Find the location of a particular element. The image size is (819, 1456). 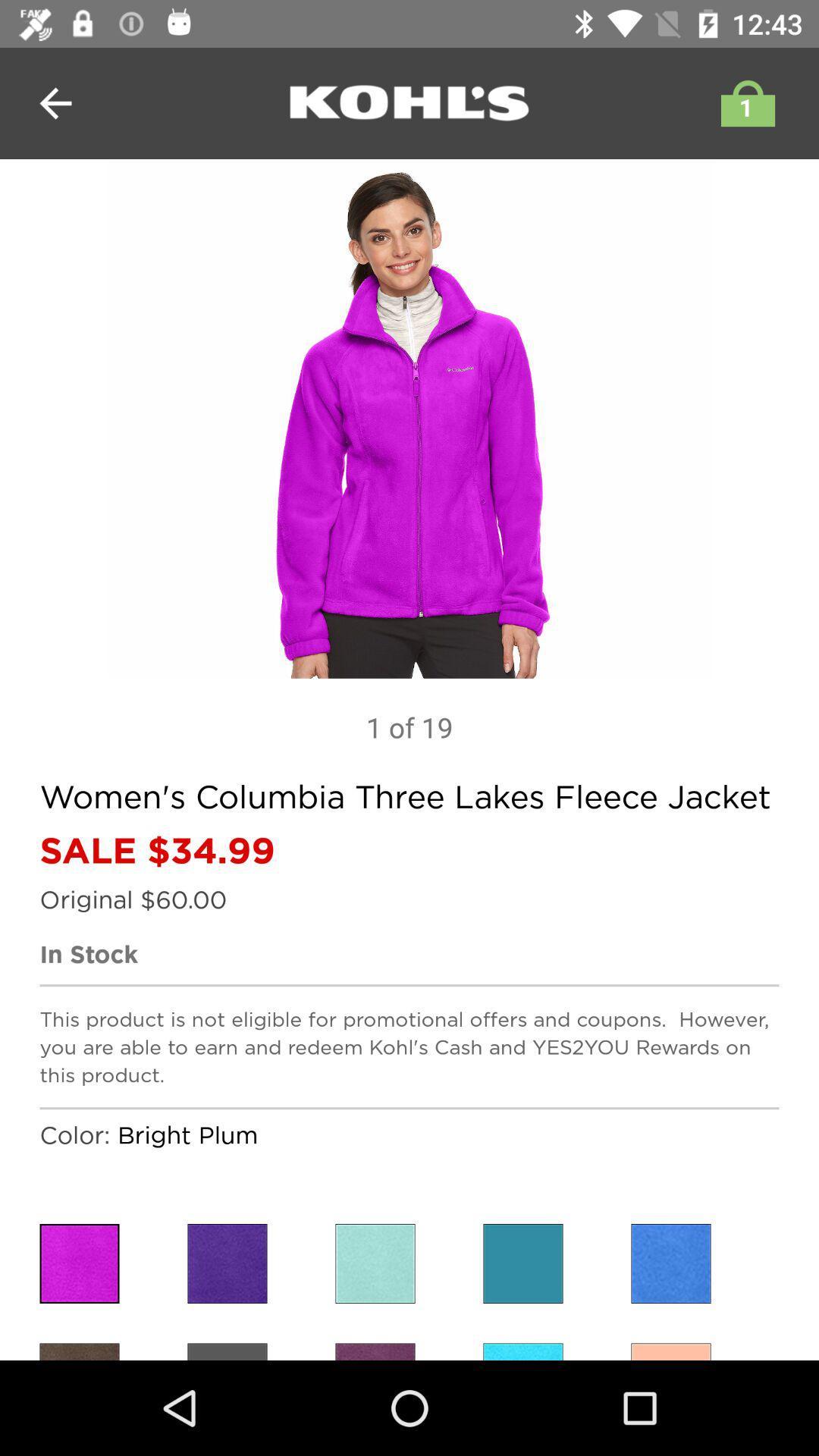

app above 1 of 19 item is located at coordinates (409, 419).